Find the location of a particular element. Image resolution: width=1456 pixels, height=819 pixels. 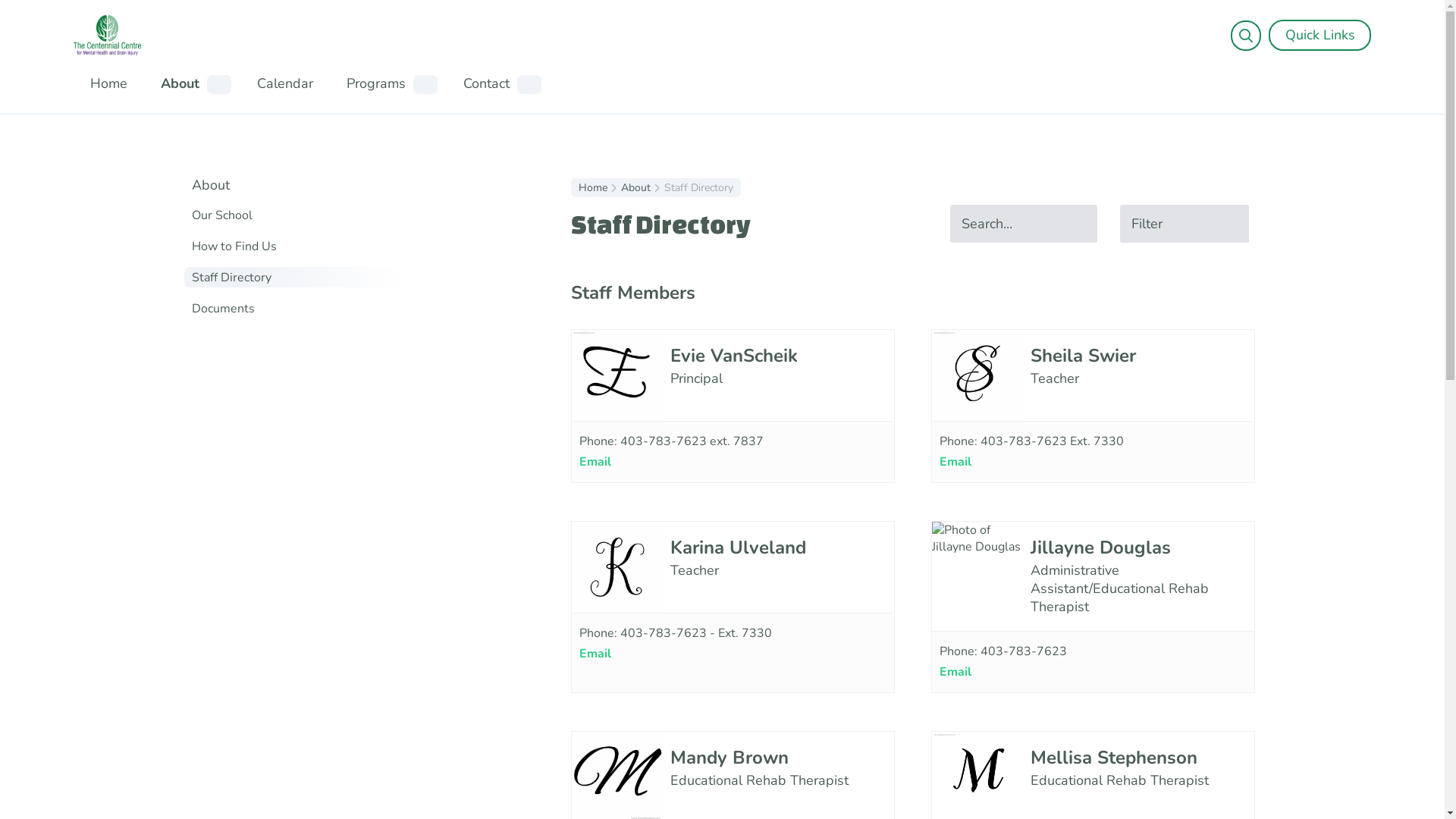

'Documents' is located at coordinates (190, 308).